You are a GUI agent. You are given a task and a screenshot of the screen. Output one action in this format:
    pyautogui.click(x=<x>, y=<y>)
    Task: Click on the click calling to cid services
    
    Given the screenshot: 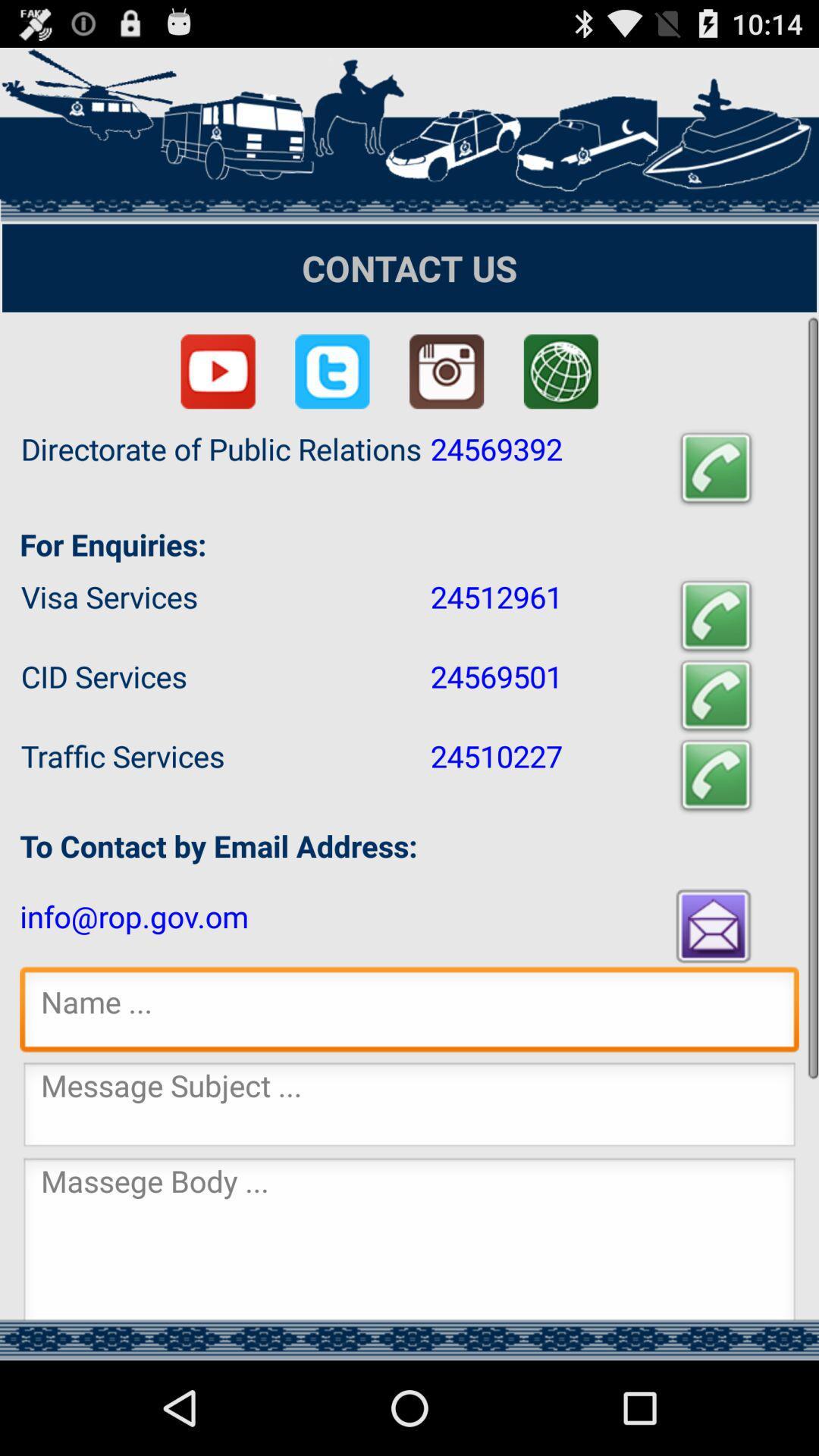 What is the action you would take?
    pyautogui.click(x=716, y=695)
    